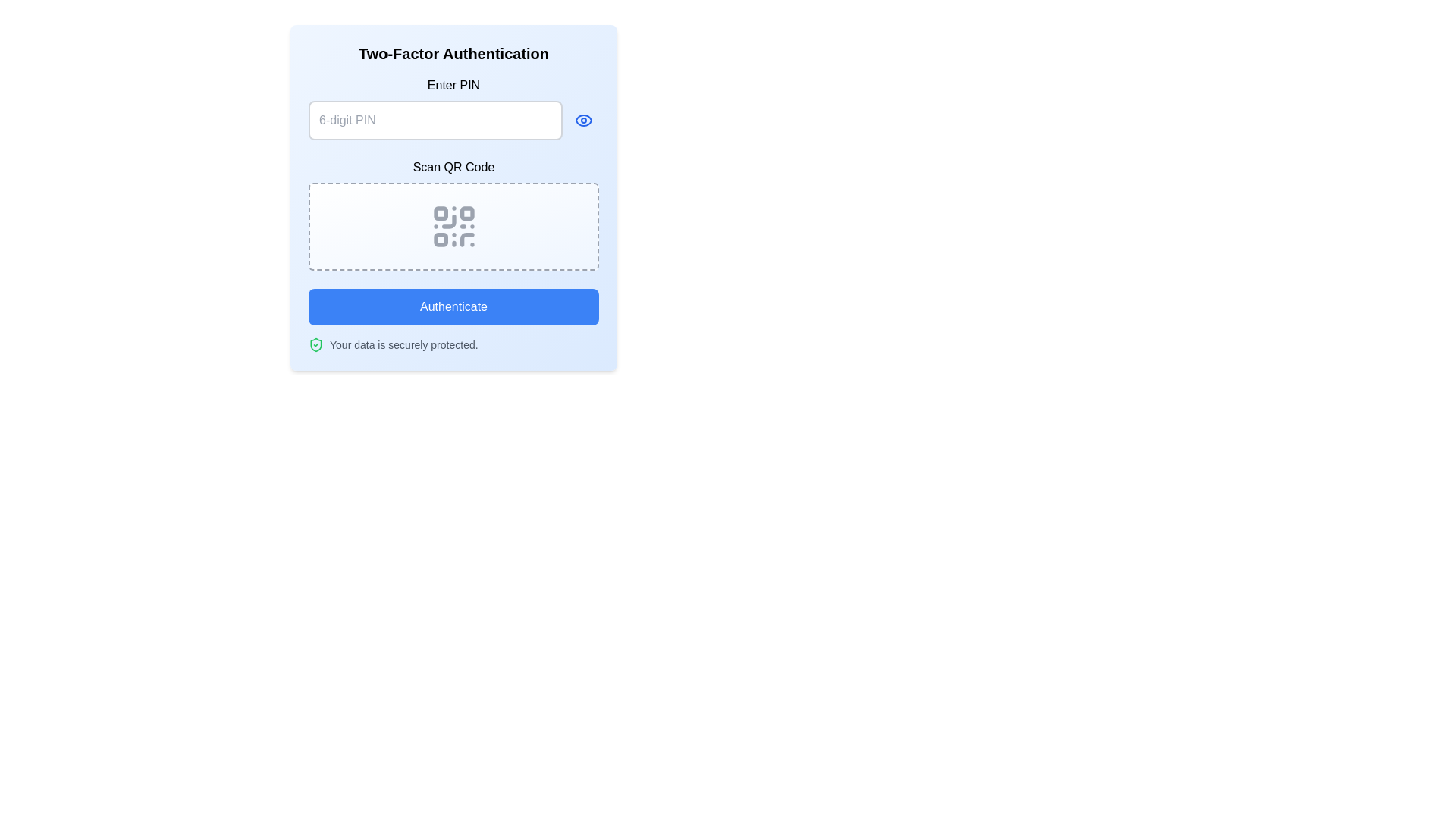 The image size is (1456, 819). What do you see at coordinates (582, 119) in the screenshot?
I see `the circular blue eye icon button located at the end of the PIN input field` at bounding box center [582, 119].